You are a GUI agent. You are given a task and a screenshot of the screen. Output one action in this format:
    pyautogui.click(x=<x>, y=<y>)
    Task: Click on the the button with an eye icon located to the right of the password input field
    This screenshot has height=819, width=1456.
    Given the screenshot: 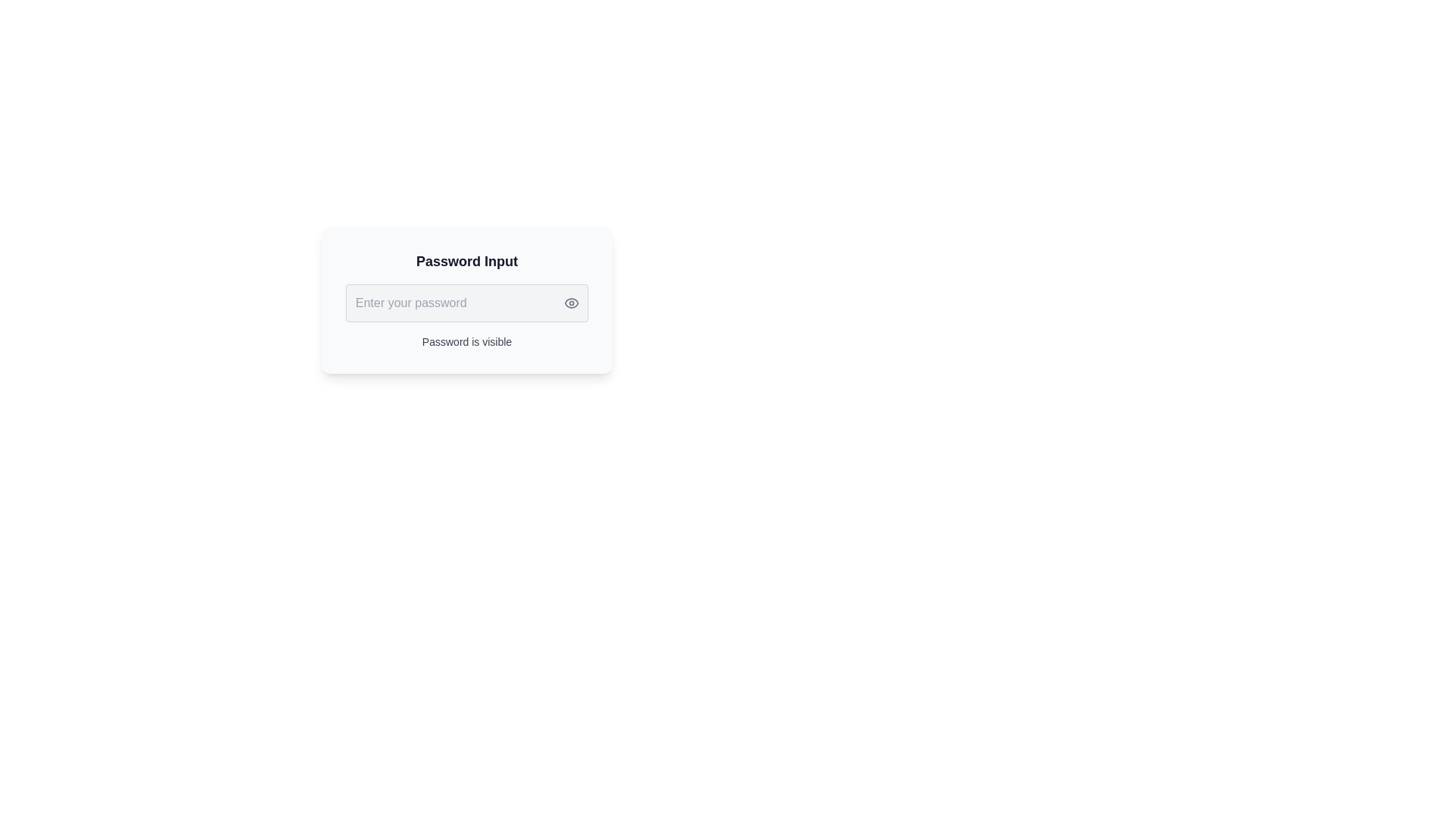 What is the action you would take?
    pyautogui.click(x=570, y=303)
    